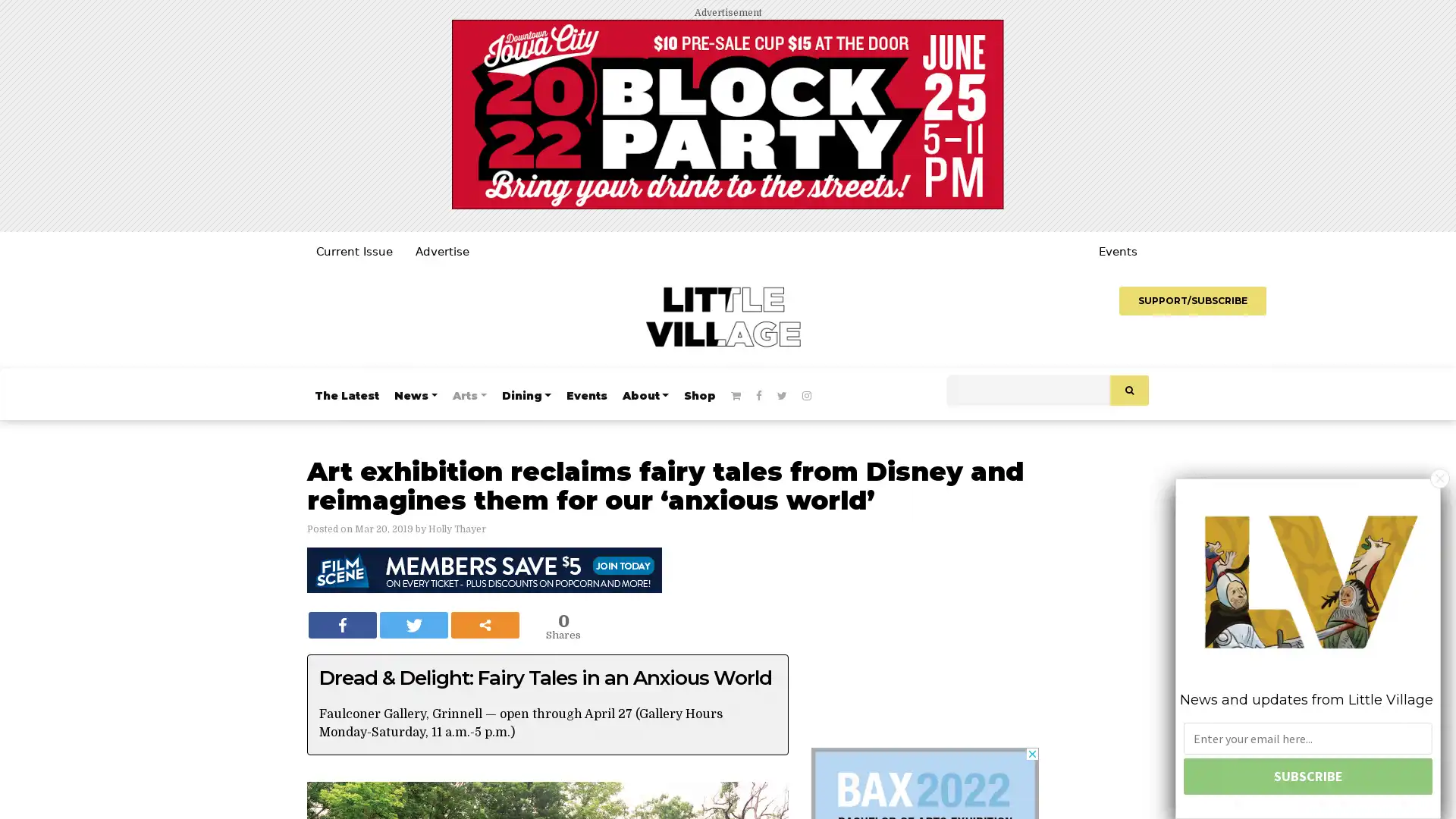  I want to click on SUBSCRIBE, so click(1307, 776).